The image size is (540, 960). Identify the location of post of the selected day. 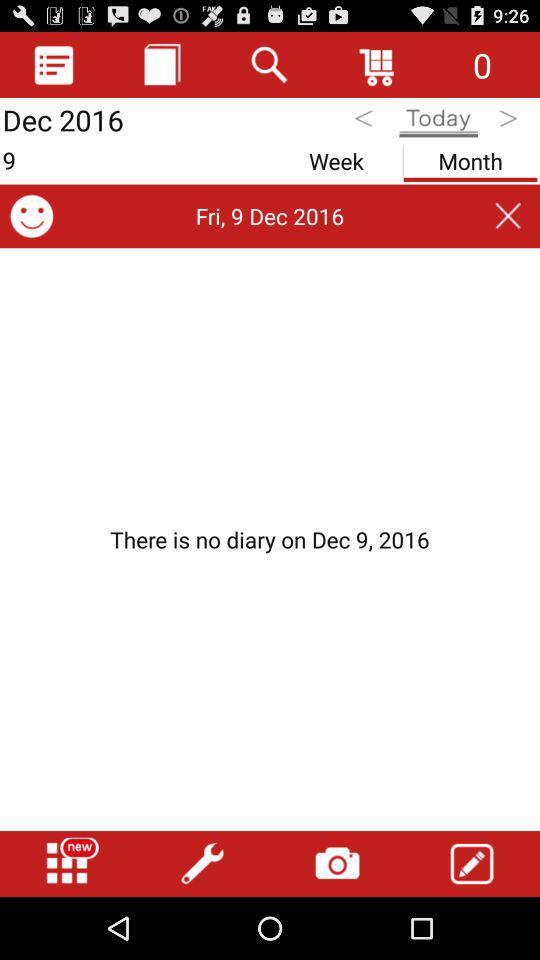
(270, 538).